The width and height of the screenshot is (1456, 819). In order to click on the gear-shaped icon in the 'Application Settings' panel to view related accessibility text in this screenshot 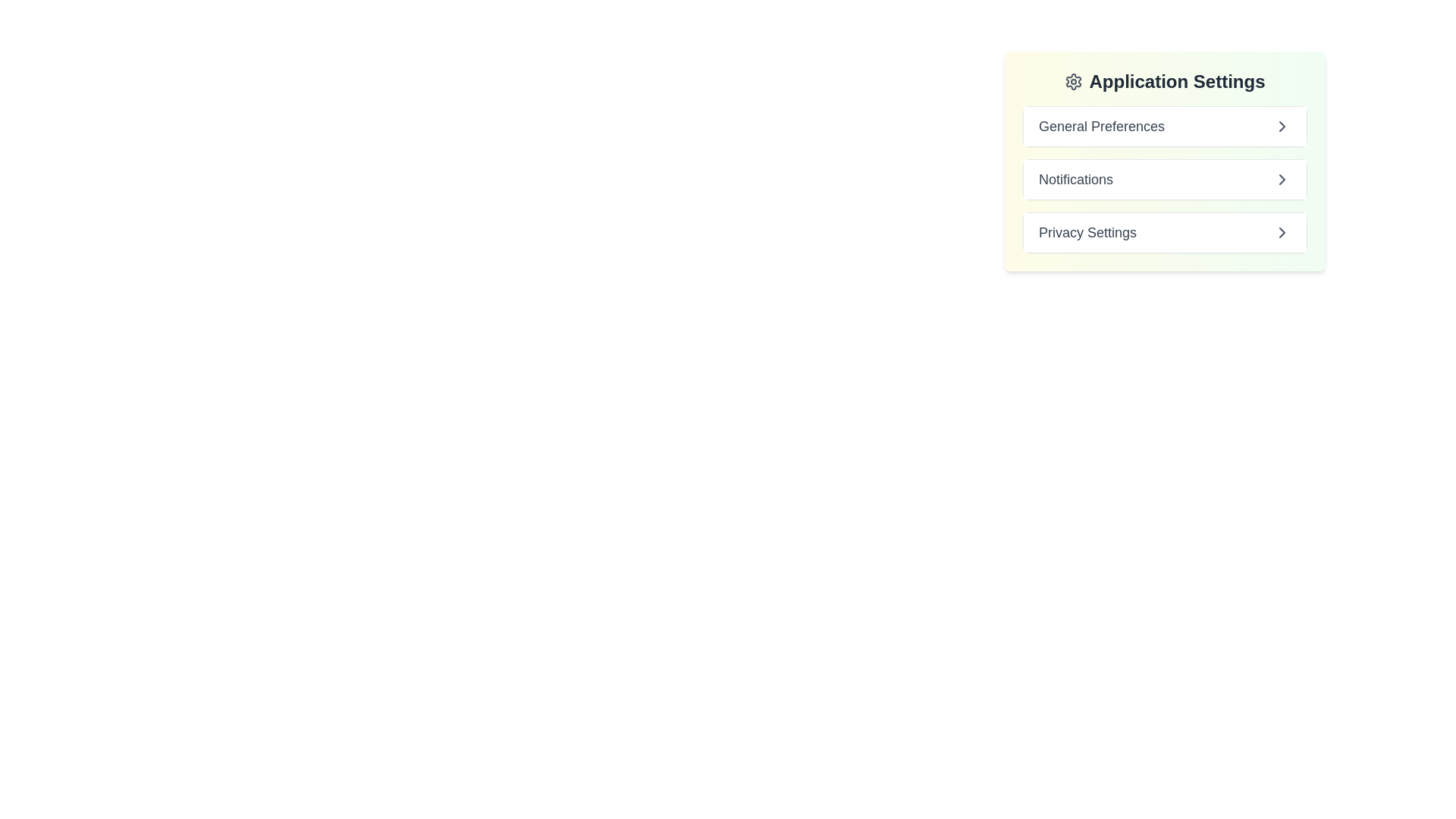, I will do `click(1073, 82)`.